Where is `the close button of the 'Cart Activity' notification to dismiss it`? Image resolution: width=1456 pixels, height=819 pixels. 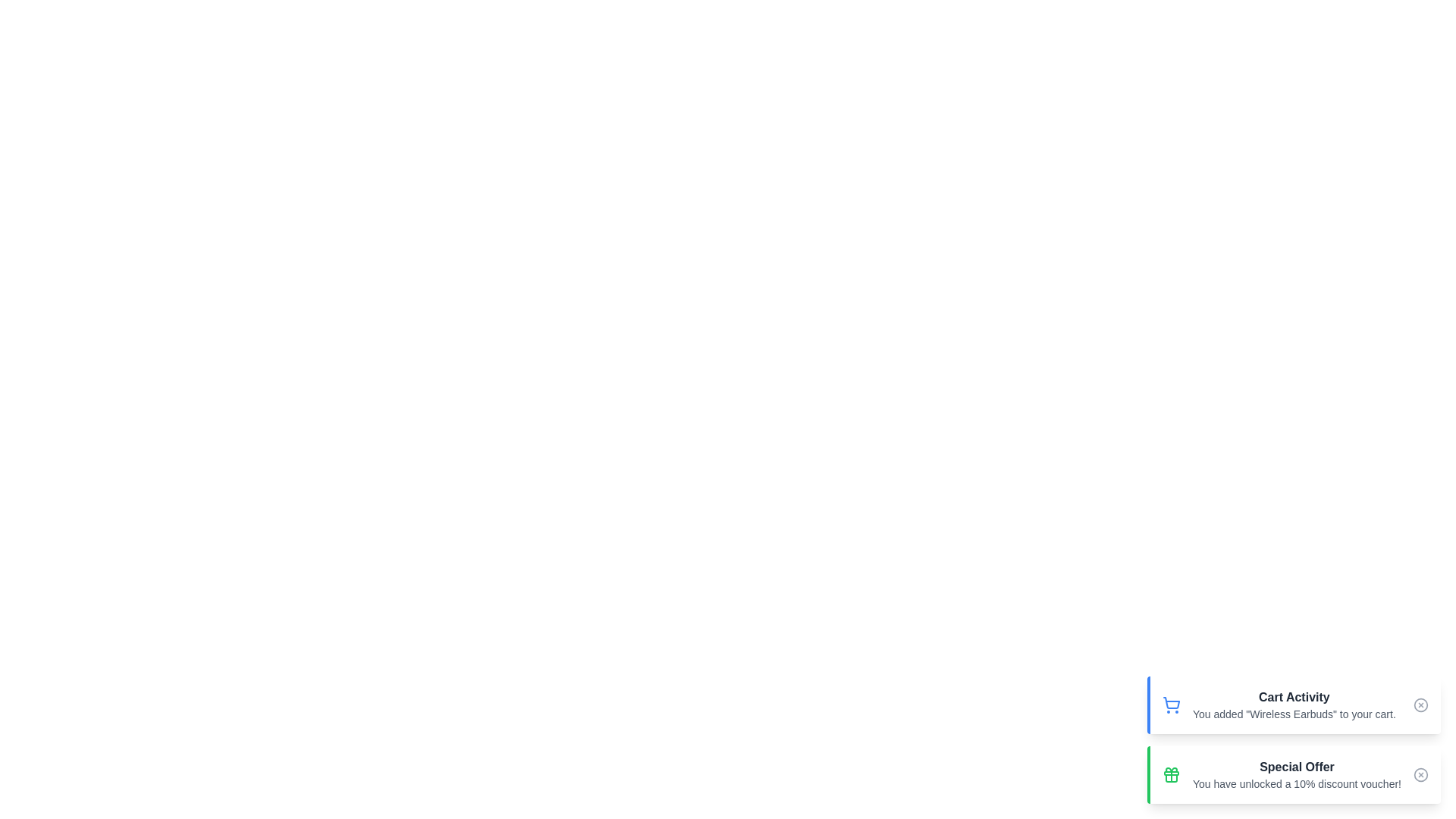 the close button of the 'Cart Activity' notification to dismiss it is located at coordinates (1420, 704).